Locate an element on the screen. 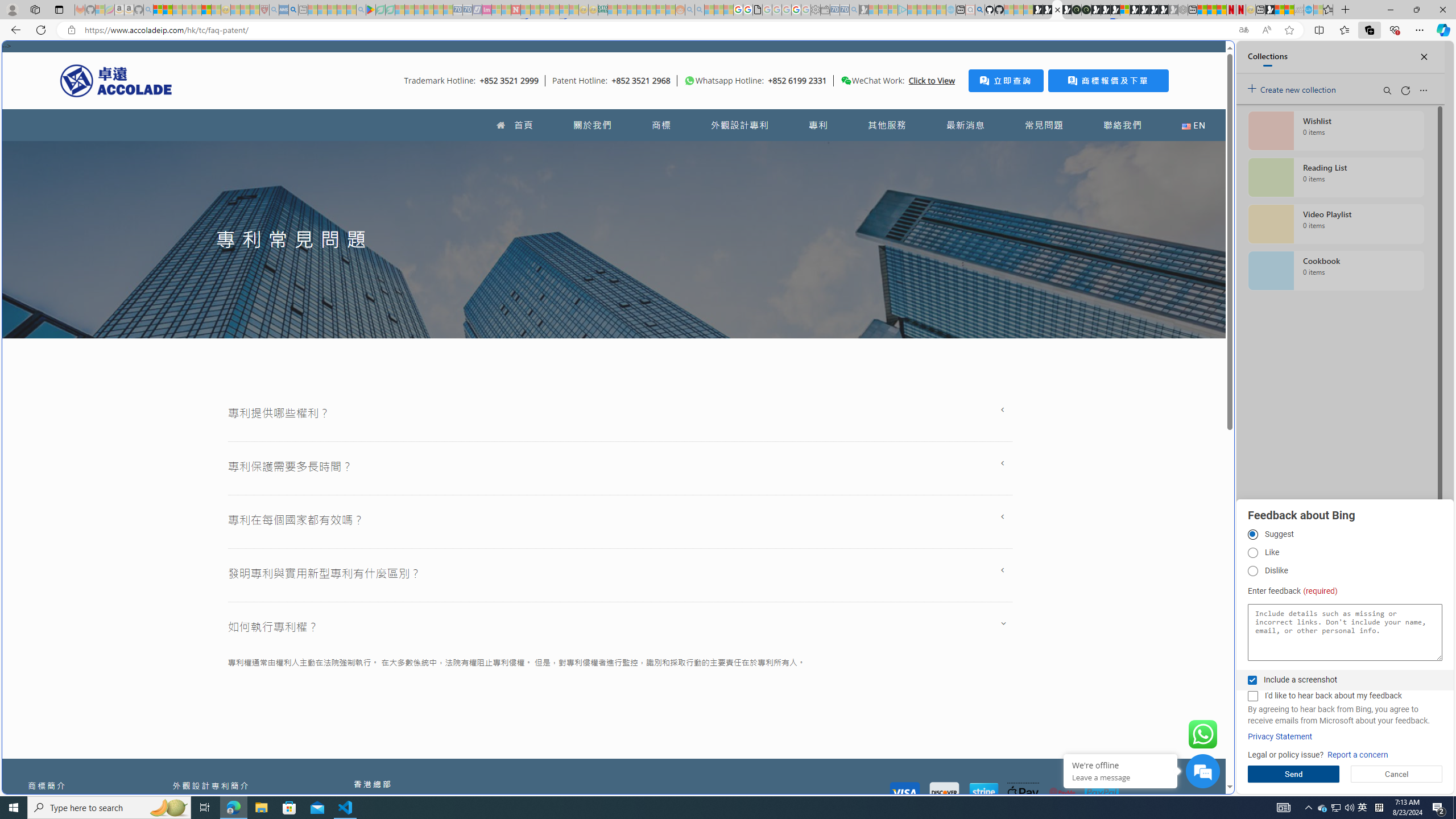 This screenshot has width=1456, height=819. 'I' is located at coordinates (1252, 696).